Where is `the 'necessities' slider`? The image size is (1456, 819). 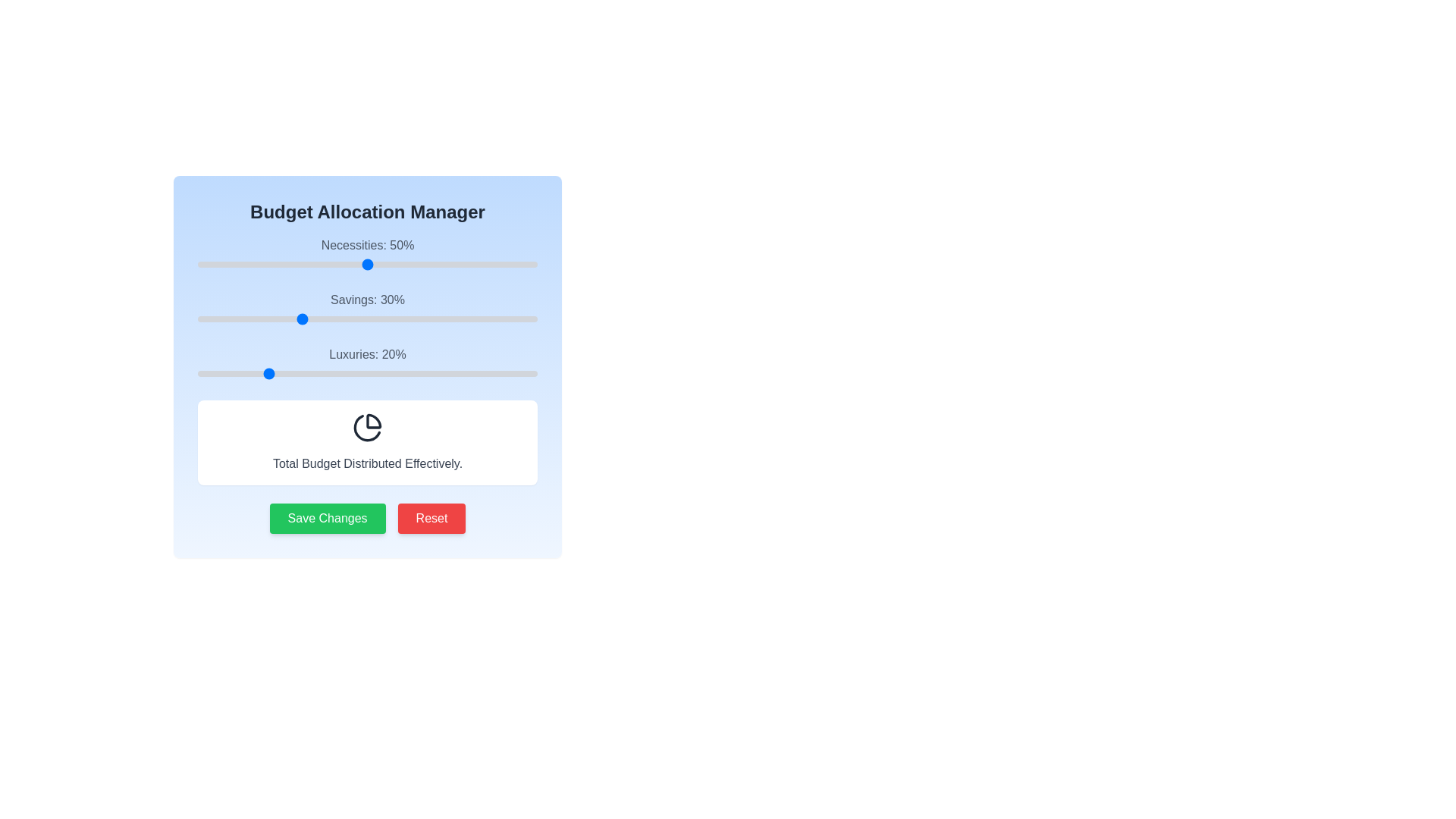
the 'necessities' slider is located at coordinates (343, 263).